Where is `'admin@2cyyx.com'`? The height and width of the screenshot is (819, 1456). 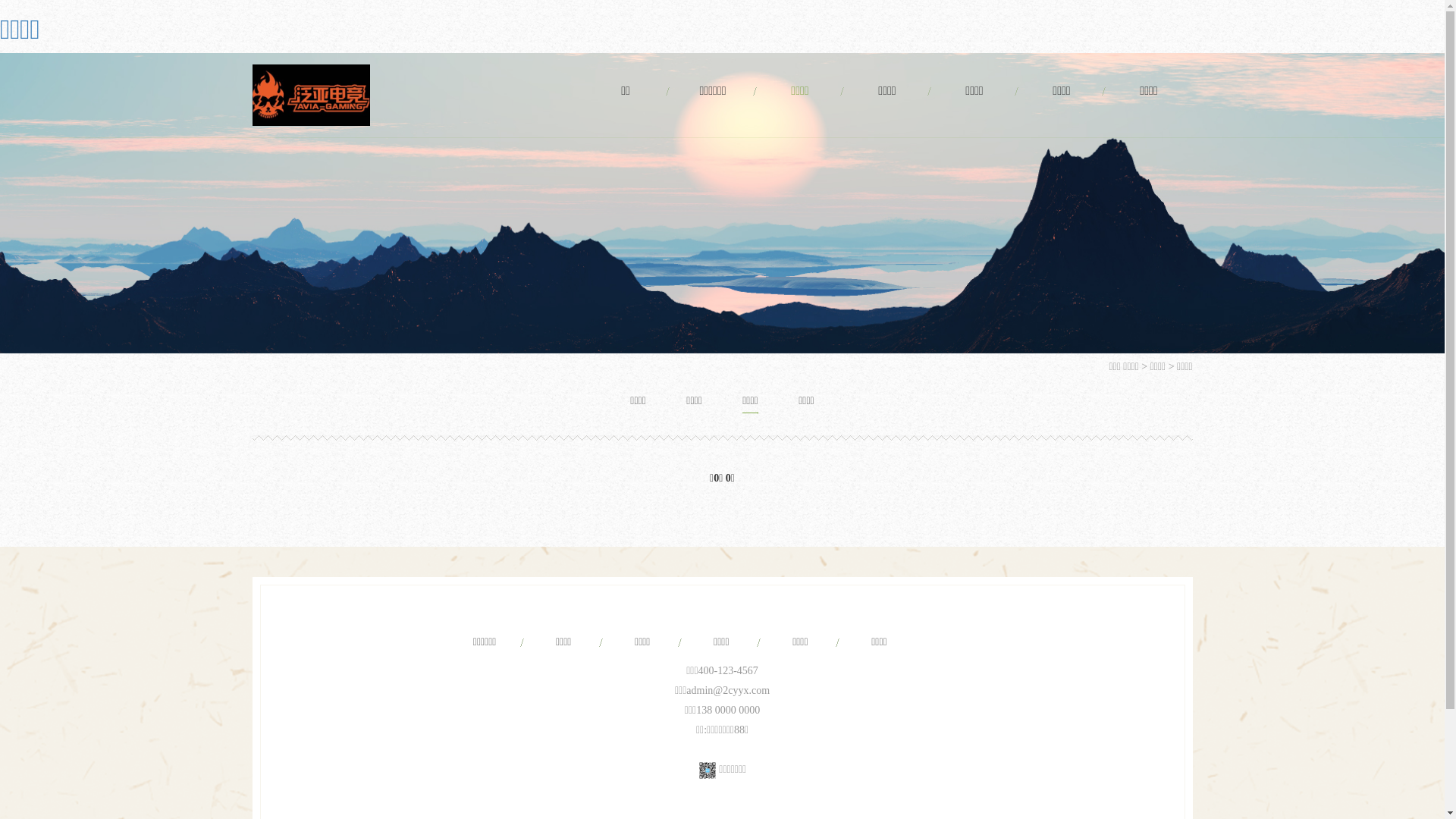 'admin@2cyyx.com' is located at coordinates (728, 690).